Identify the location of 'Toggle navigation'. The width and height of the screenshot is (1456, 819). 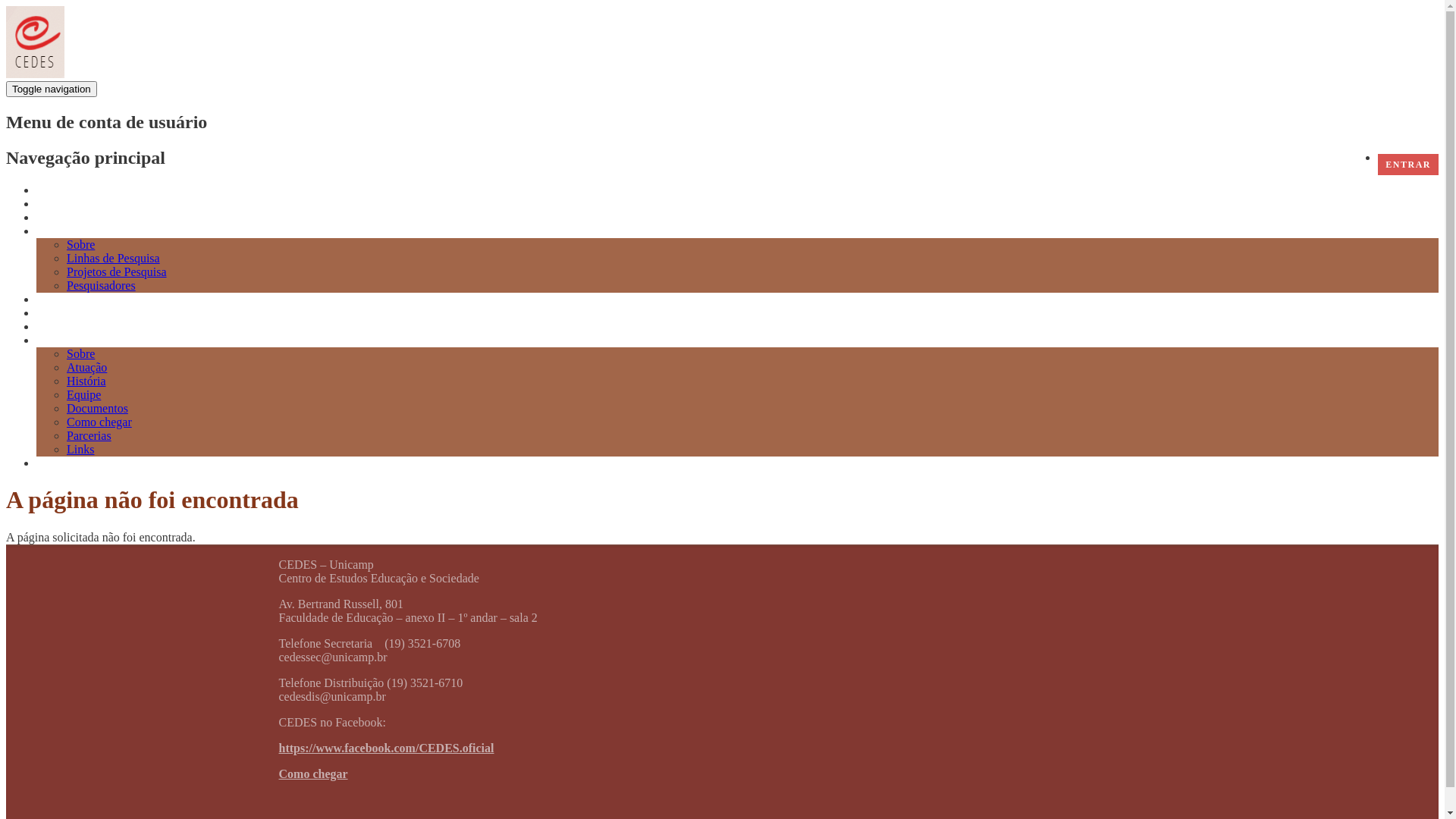
(51, 89).